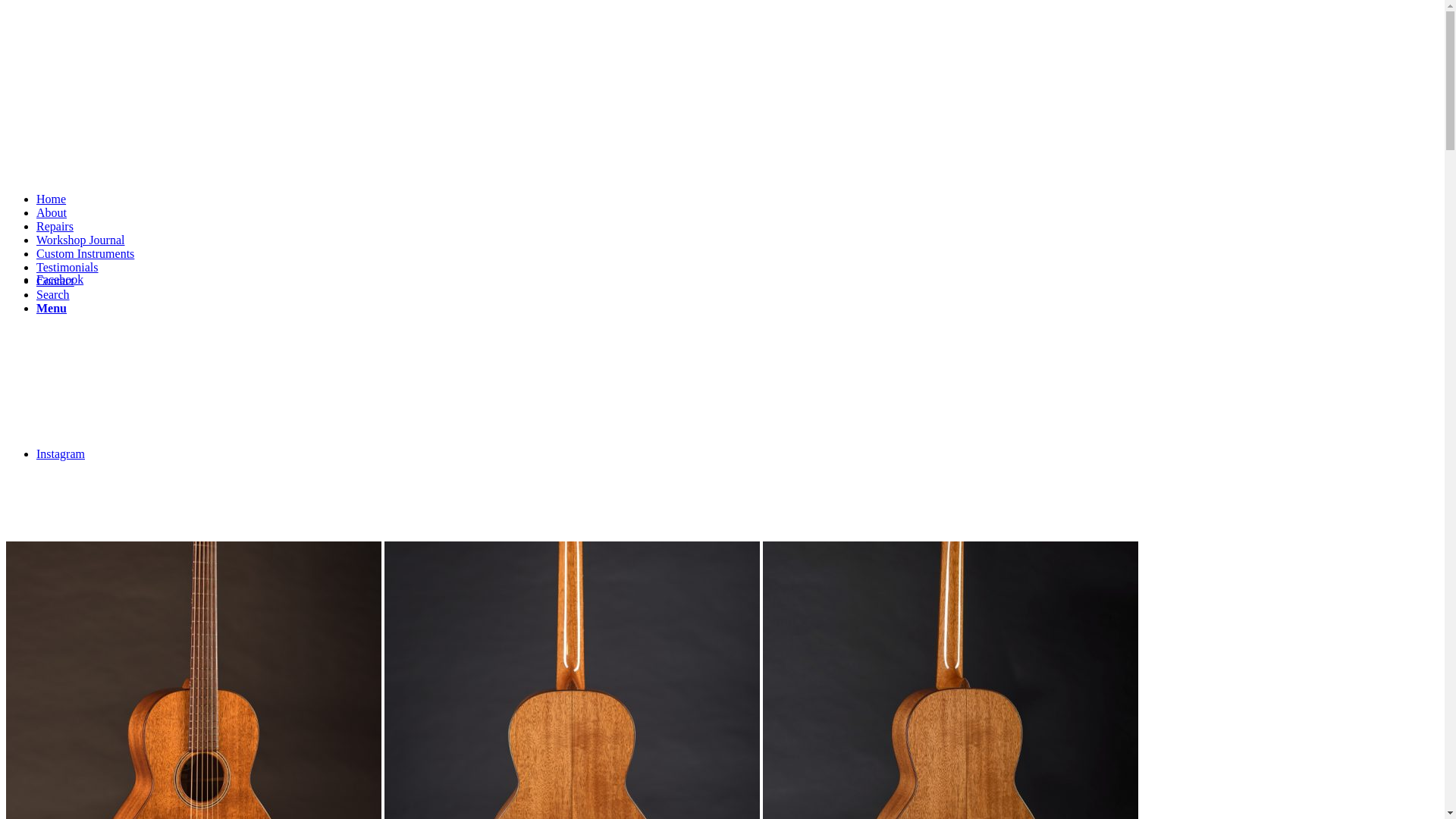 The width and height of the screenshot is (1456, 819). I want to click on 'Search', so click(36, 294).